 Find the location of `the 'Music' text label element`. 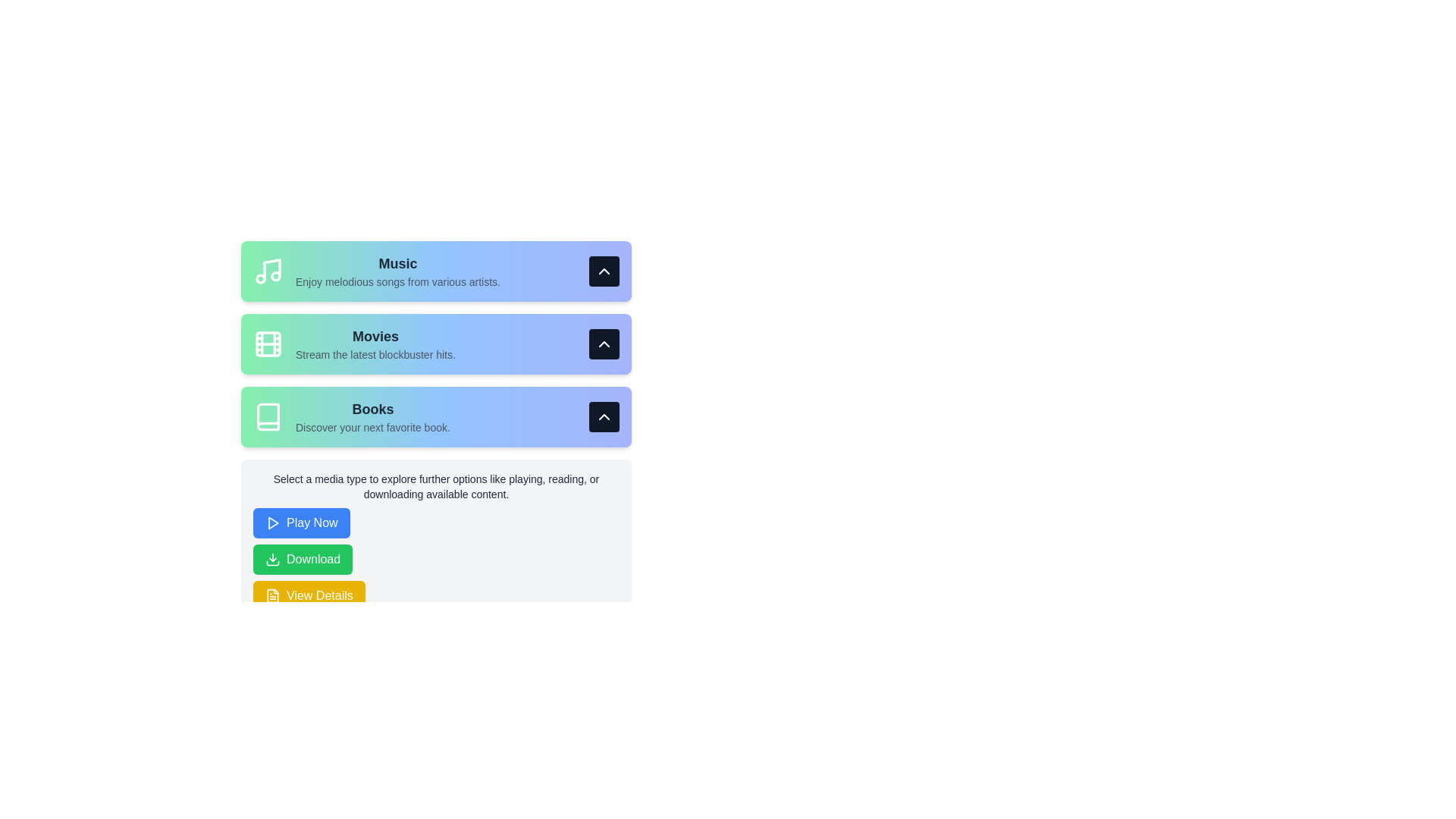

the 'Music' text label element is located at coordinates (397, 262).